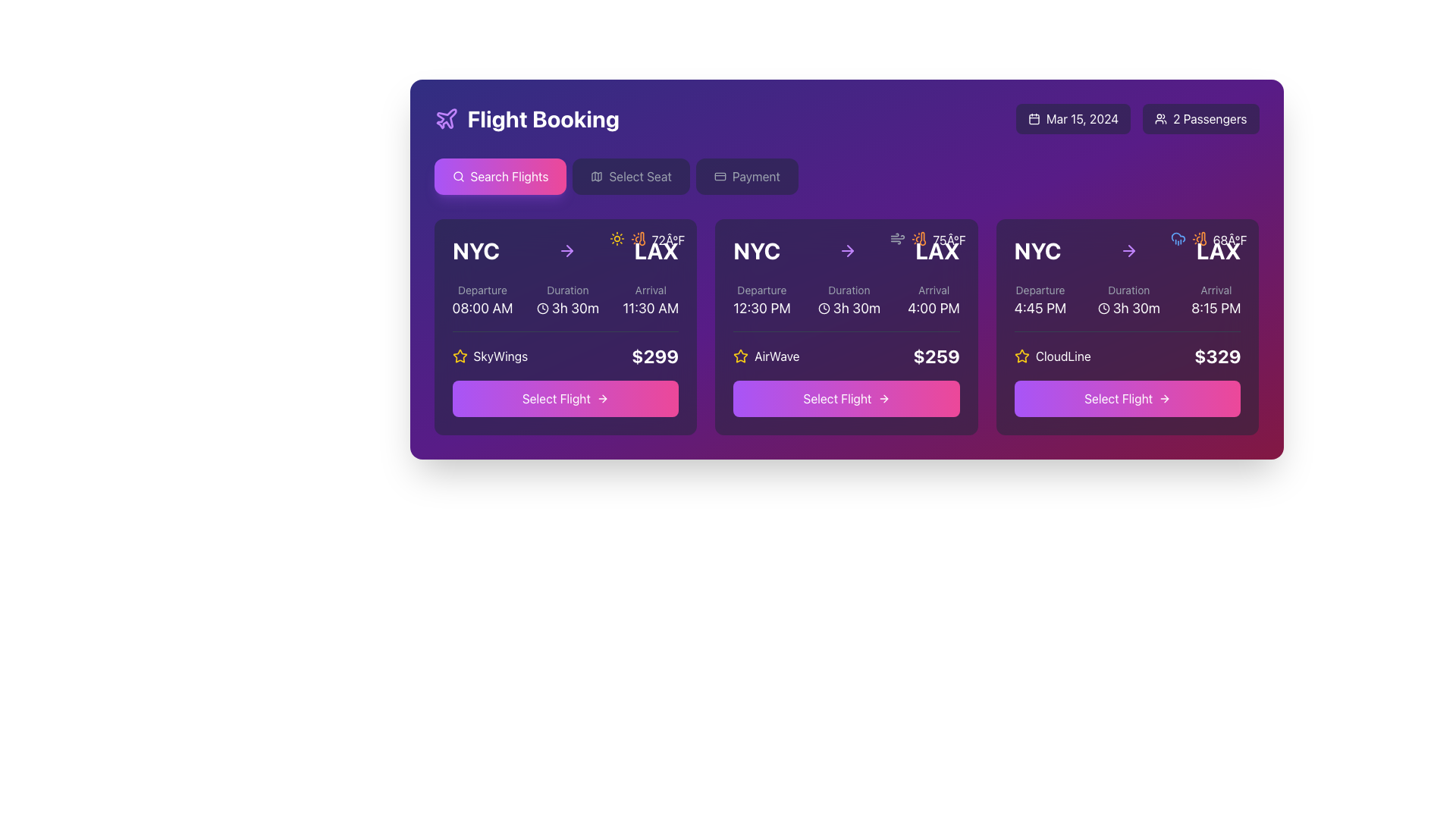  I want to click on the text label displaying the airline name 'SkyWings' located in the lower section of the leftmost flight option card, so click(500, 356).